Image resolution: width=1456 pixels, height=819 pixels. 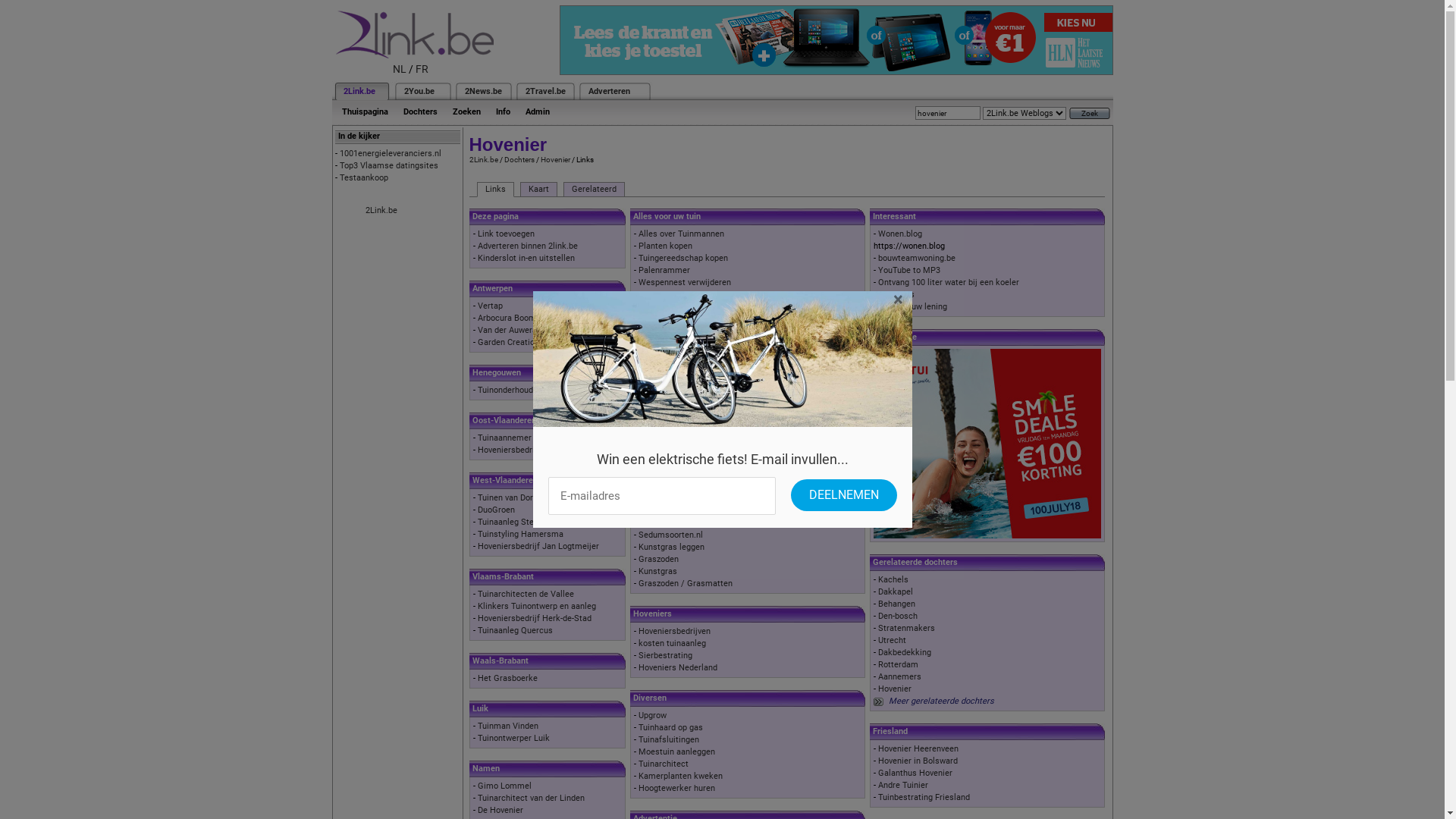 What do you see at coordinates (535, 618) in the screenshot?
I see `'Hoveniersbedrijf Herk-de-Stad'` at bounding box center [535, 618].